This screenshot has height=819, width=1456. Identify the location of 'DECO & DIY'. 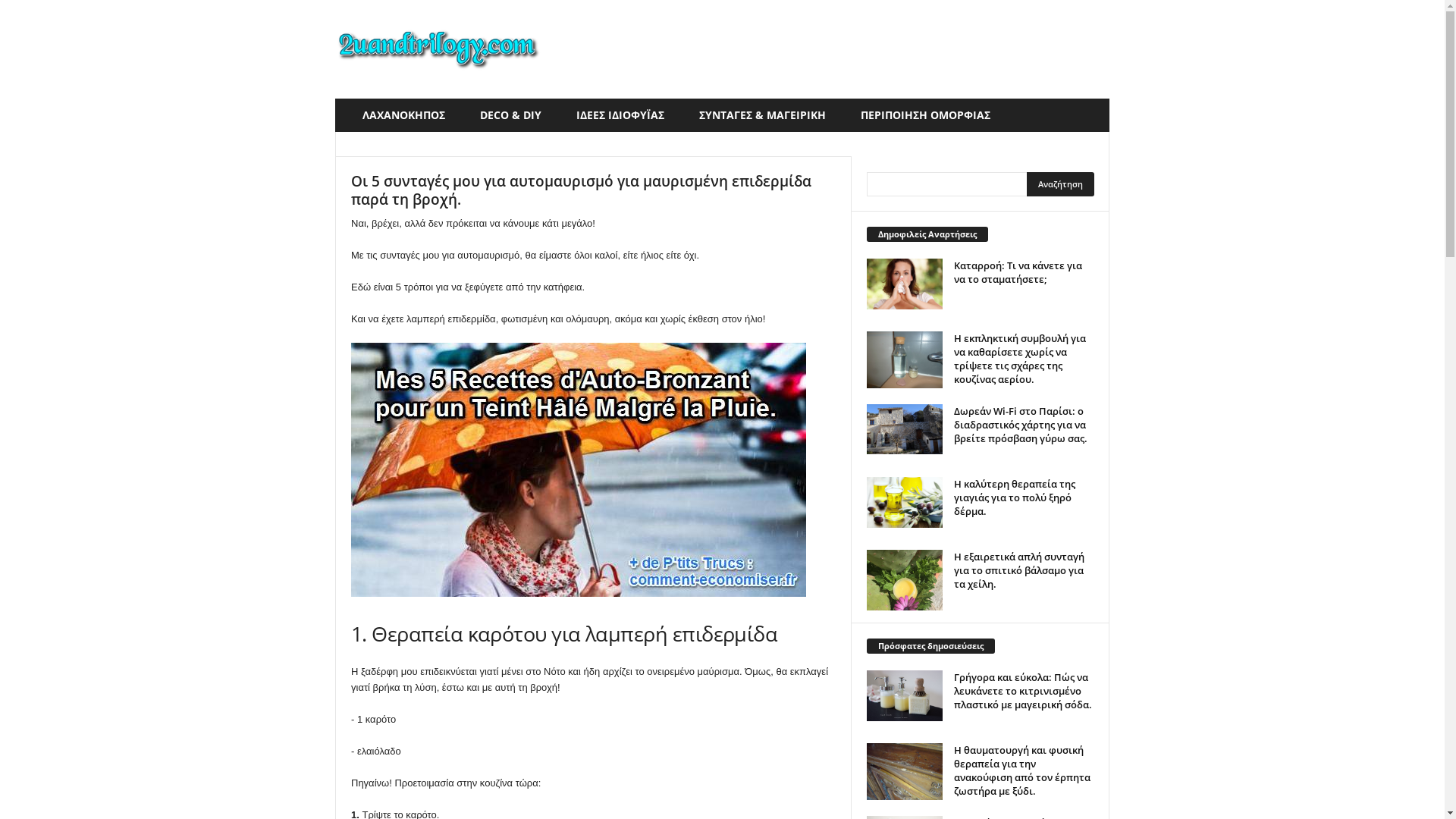
(516, 114).